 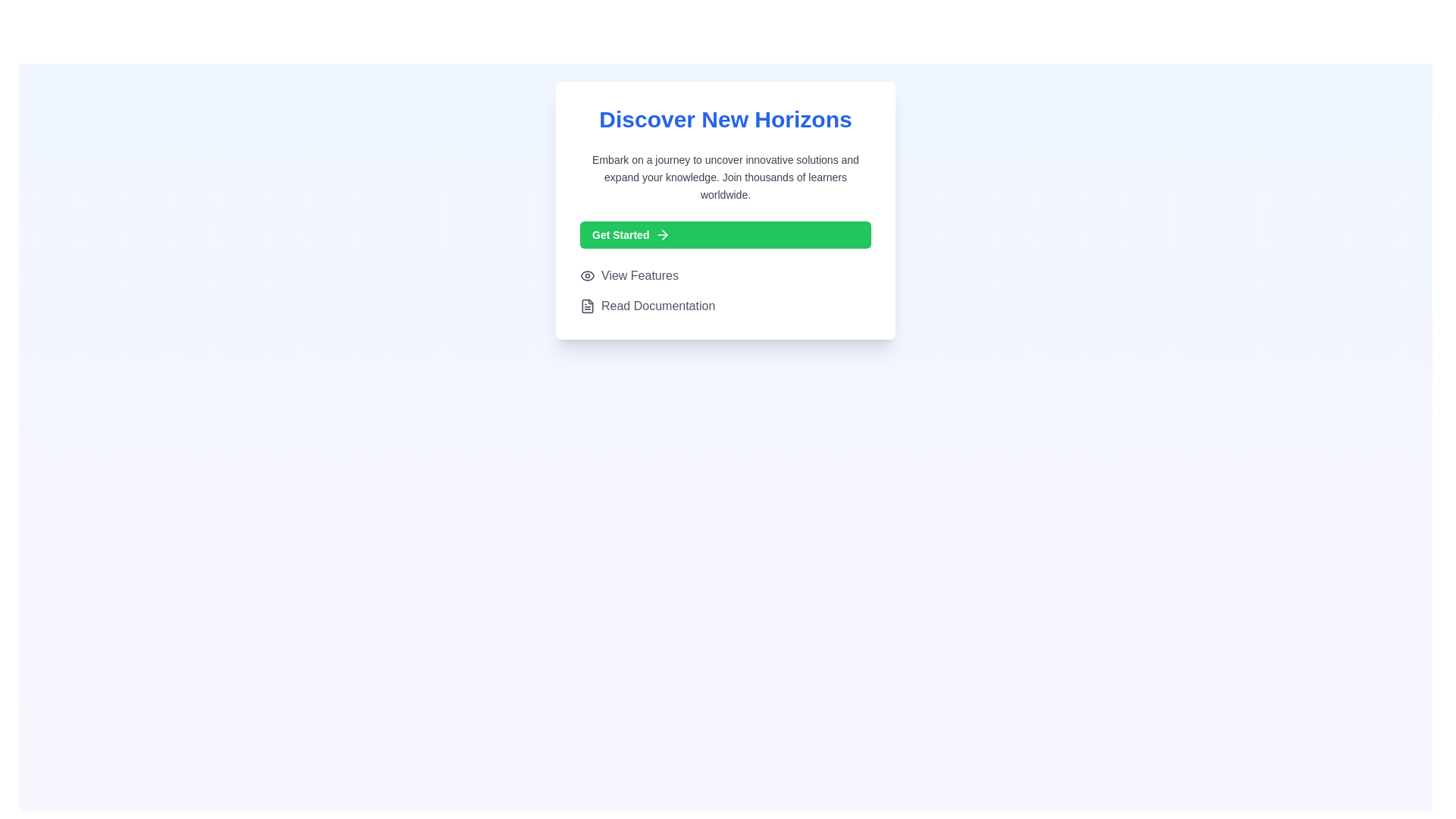 I want to click on the 'Read Documentation' text link, which is styled in grey and appears to the right of a document icon, located below the 'View Features' text, so click(x=658, y=306).